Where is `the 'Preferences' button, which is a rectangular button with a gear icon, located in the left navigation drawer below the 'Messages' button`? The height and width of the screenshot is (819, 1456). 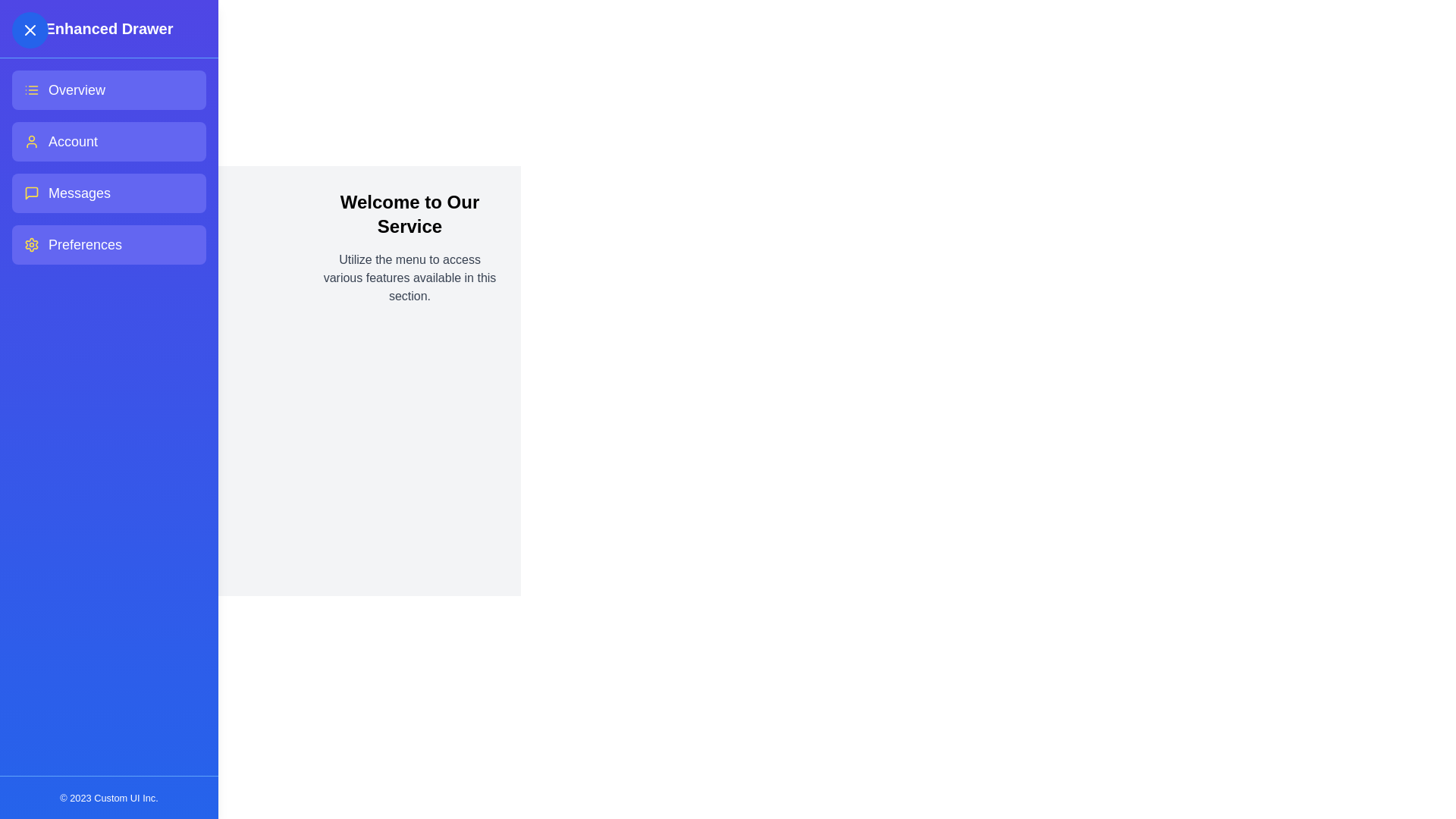 the 'Preferences' button, which is a rectangular button with a gear icon, located in the left navigation drawer below the 'Messages' button is located at coordinates (108, 244).